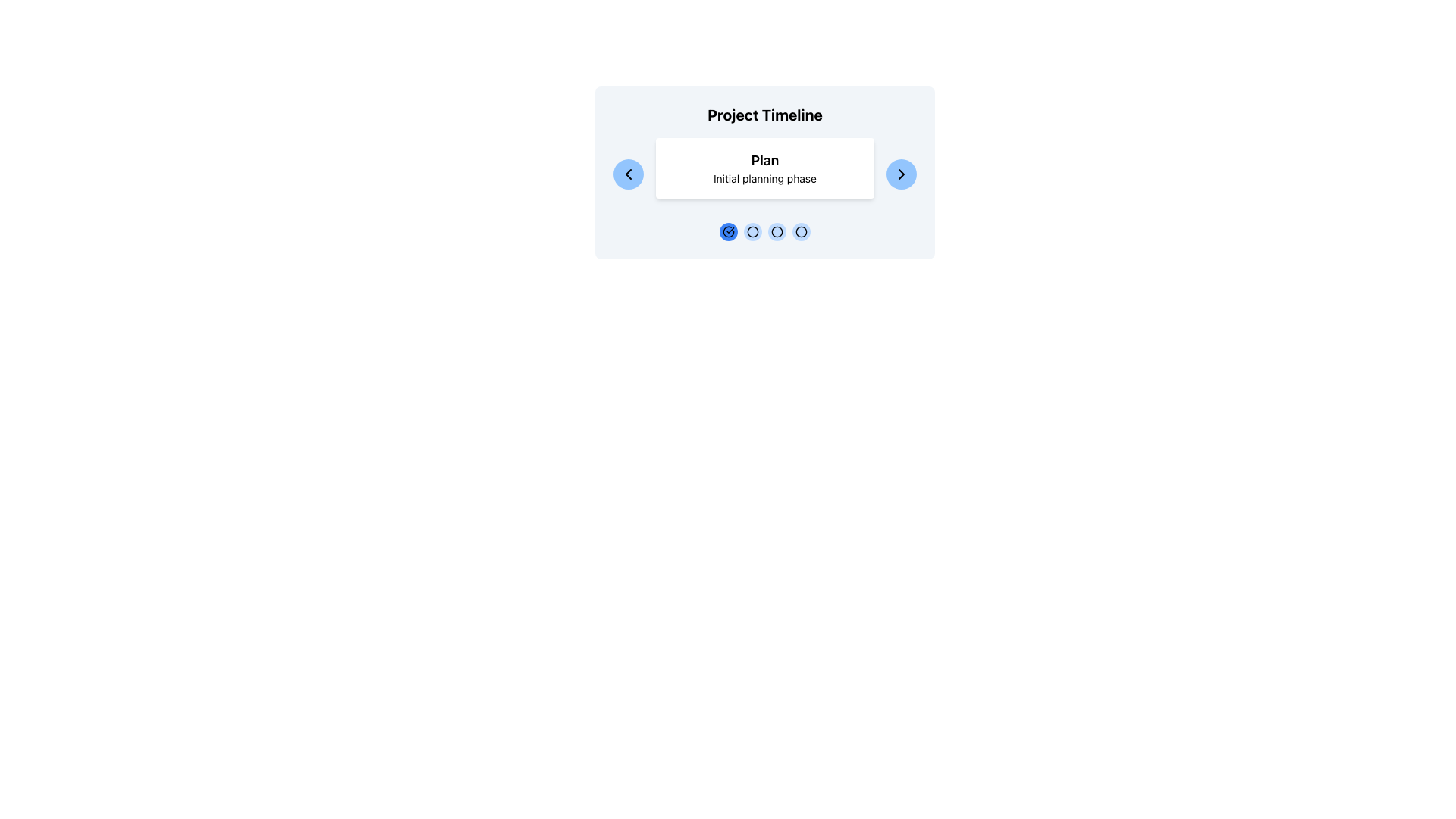 This screenshot has height=819, width=1456. I want to click on the second navigation button located at the center-bottom of the interface, so click(753, 231).